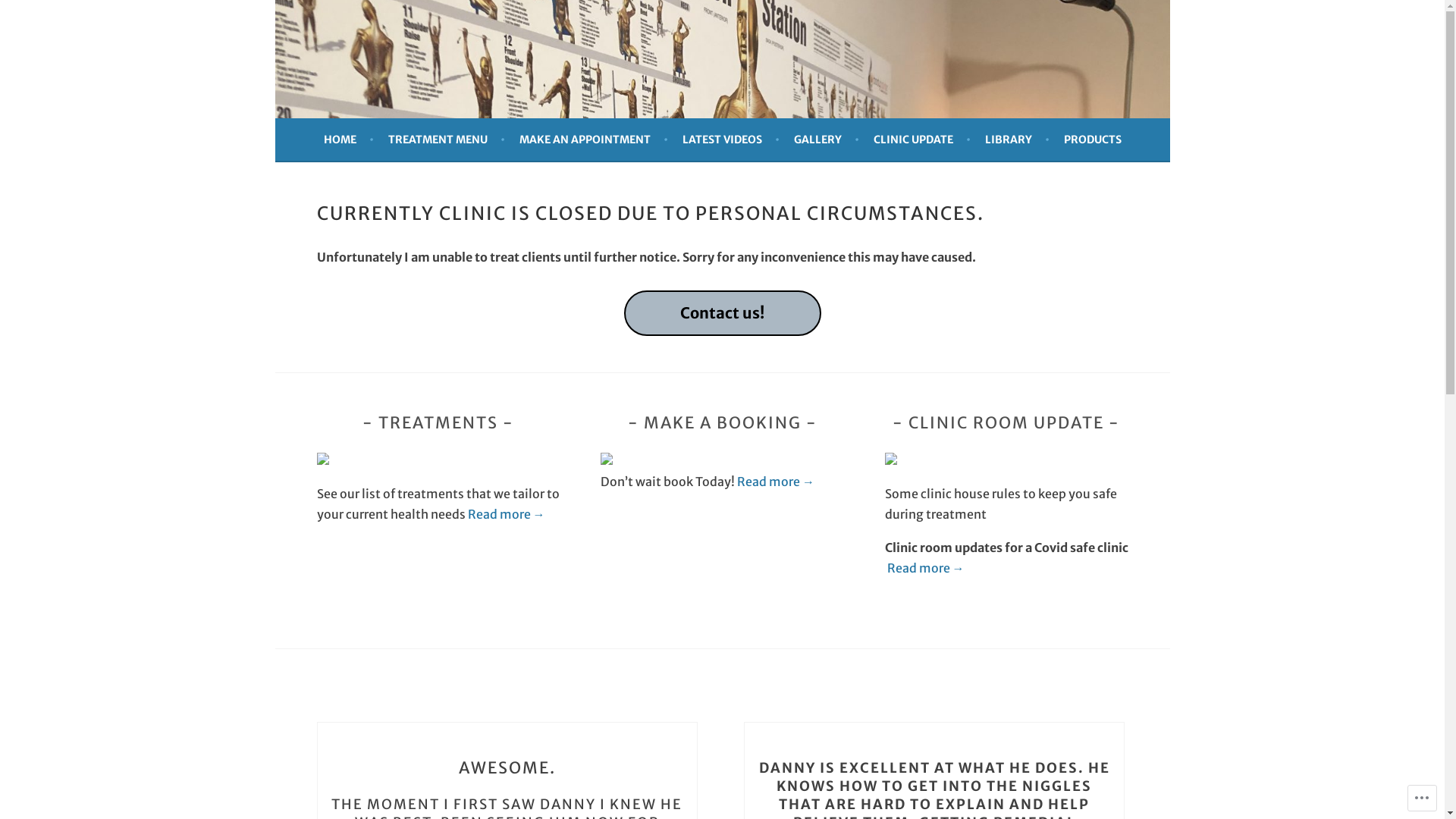  What do you see at coordinates (592, 140) in the screenshot?
I see `'MAKE AN APPOINTMENT'` at bounding box center [592, 140].